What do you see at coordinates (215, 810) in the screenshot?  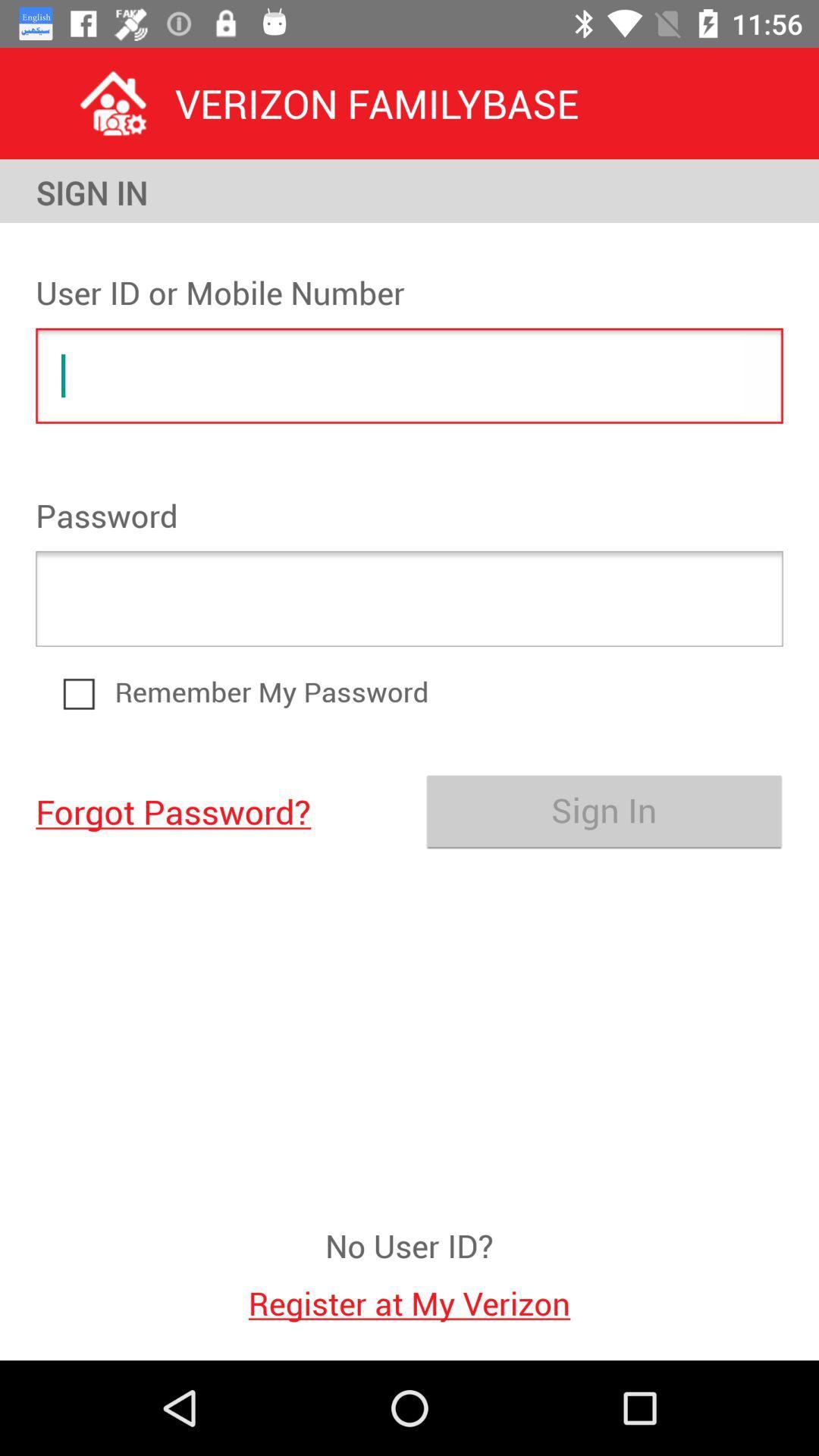 I see `the icon above no user id? icon` at bounding box center [215, 810].